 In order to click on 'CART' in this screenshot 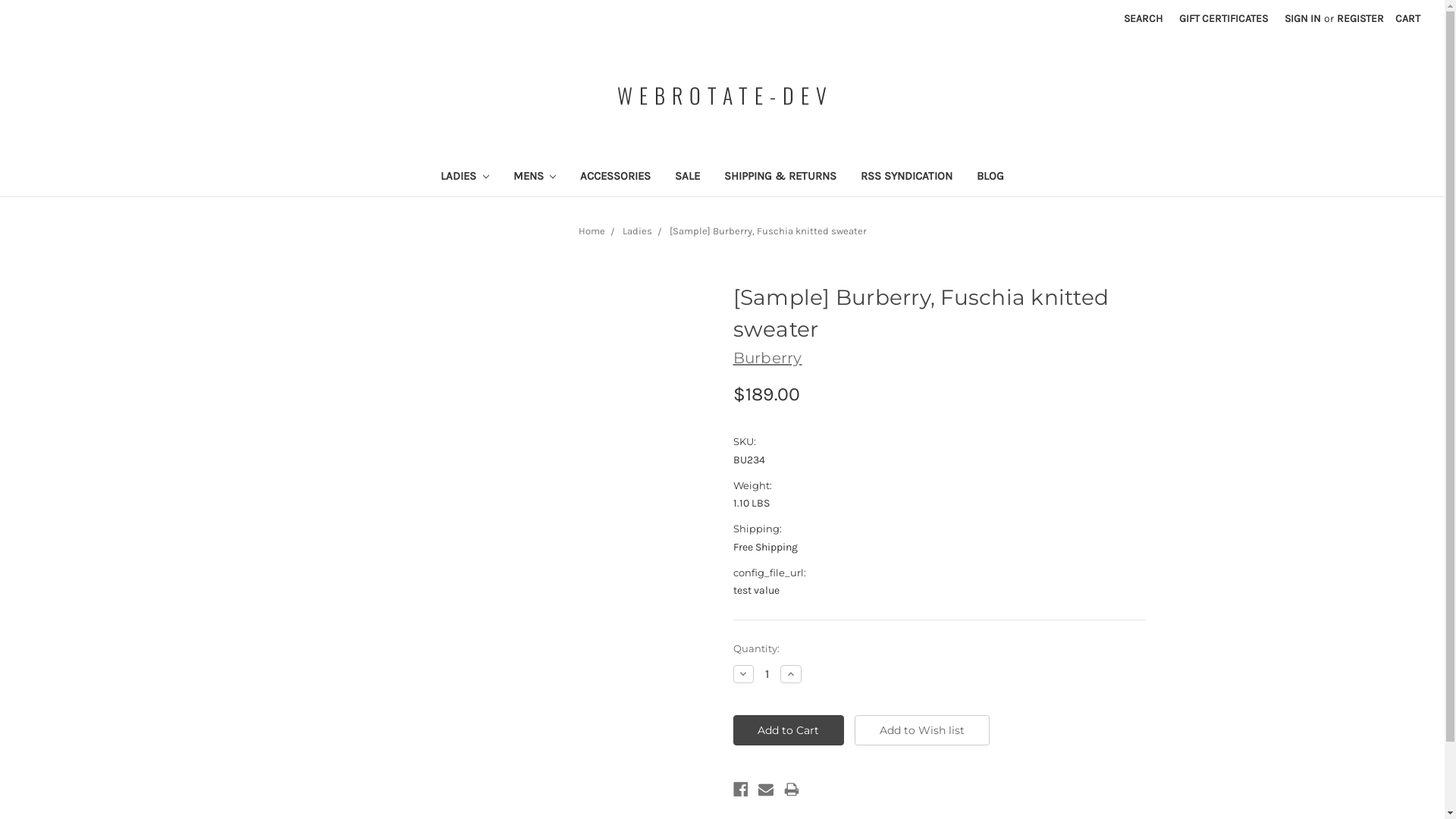, I will do `click(1407, 18)`.